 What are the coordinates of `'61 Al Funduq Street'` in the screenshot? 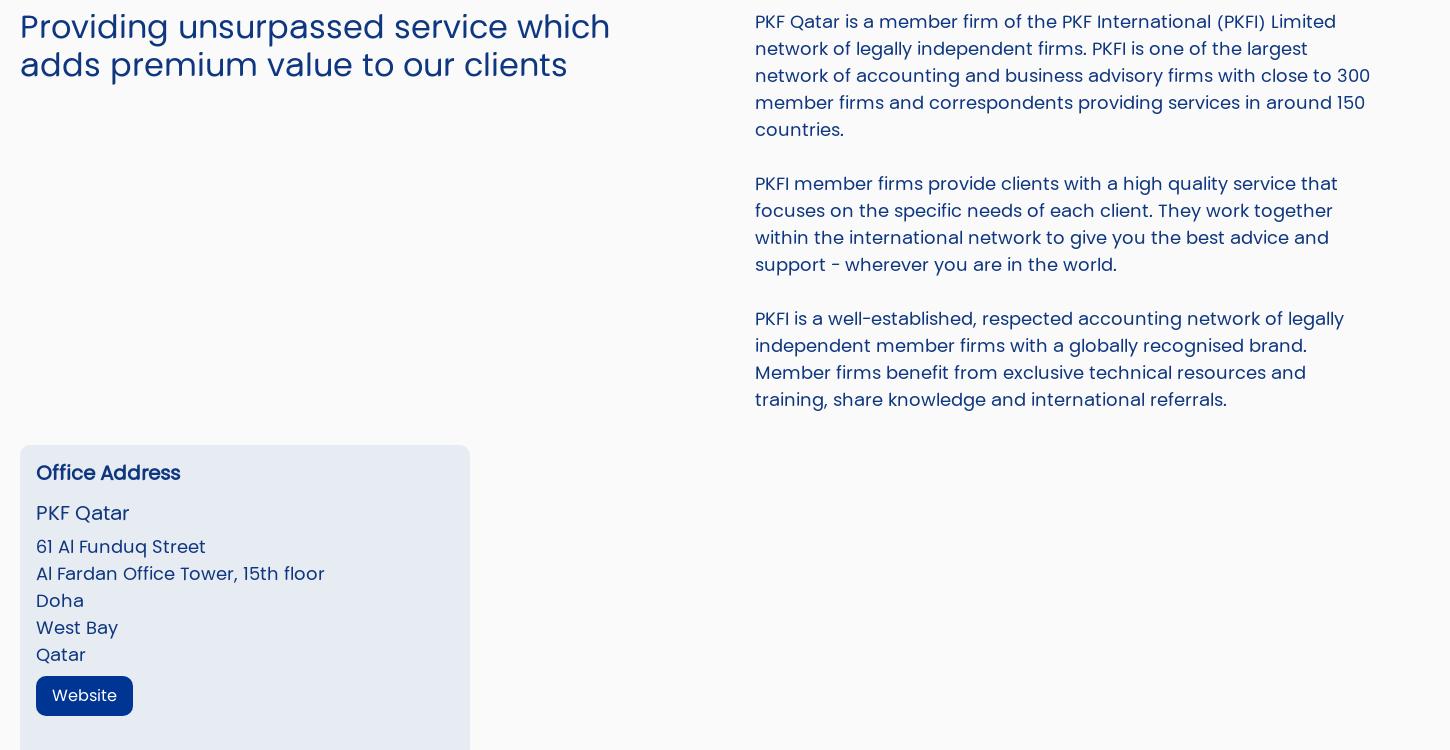 It's located at (120, 545).